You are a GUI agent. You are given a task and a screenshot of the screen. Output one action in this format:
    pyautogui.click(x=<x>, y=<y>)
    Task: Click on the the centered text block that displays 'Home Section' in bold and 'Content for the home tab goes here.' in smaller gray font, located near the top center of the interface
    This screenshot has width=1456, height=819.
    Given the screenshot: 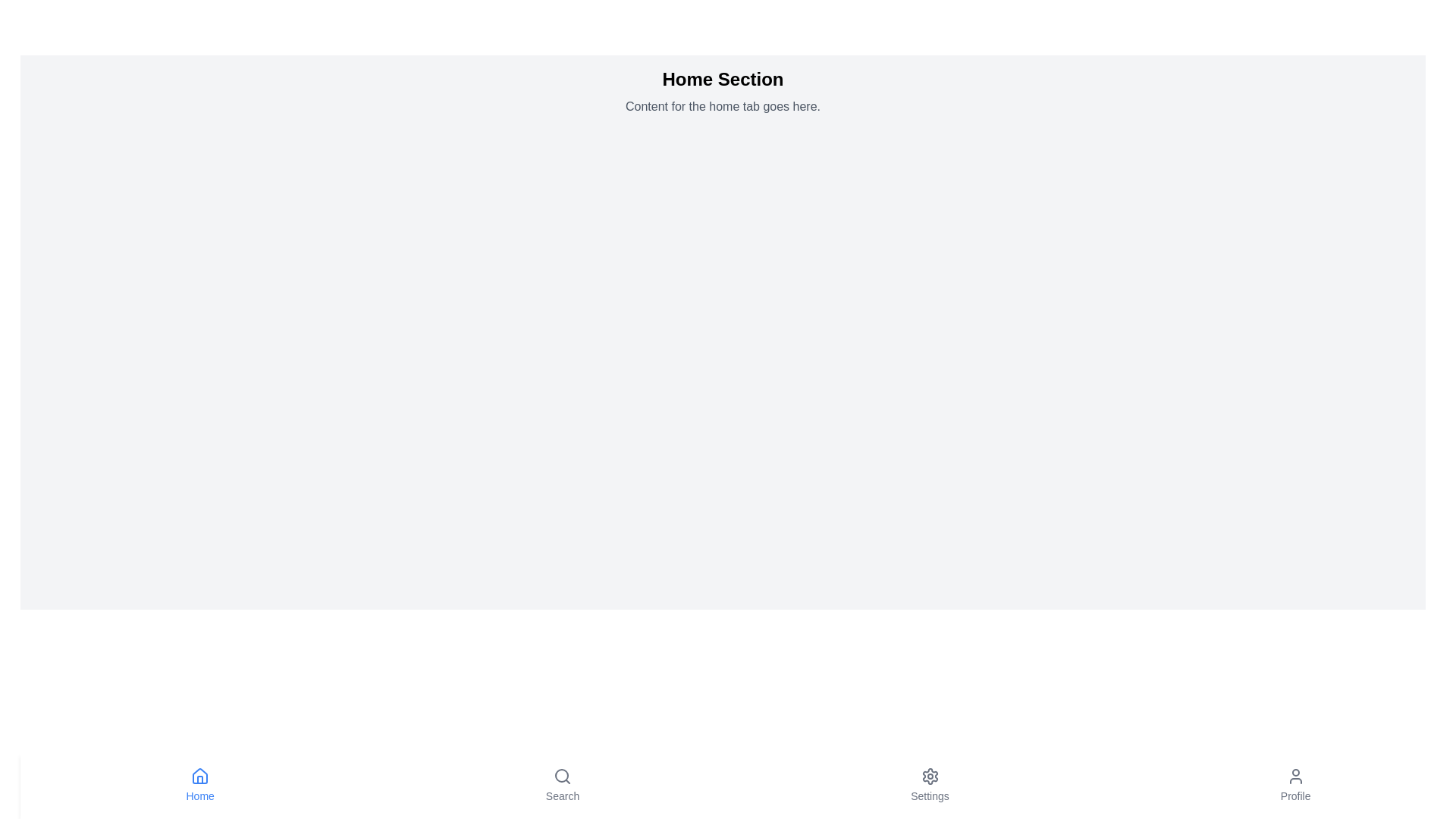 What is the action you would take?
    pyautogui.click(x=722, y=91)
    